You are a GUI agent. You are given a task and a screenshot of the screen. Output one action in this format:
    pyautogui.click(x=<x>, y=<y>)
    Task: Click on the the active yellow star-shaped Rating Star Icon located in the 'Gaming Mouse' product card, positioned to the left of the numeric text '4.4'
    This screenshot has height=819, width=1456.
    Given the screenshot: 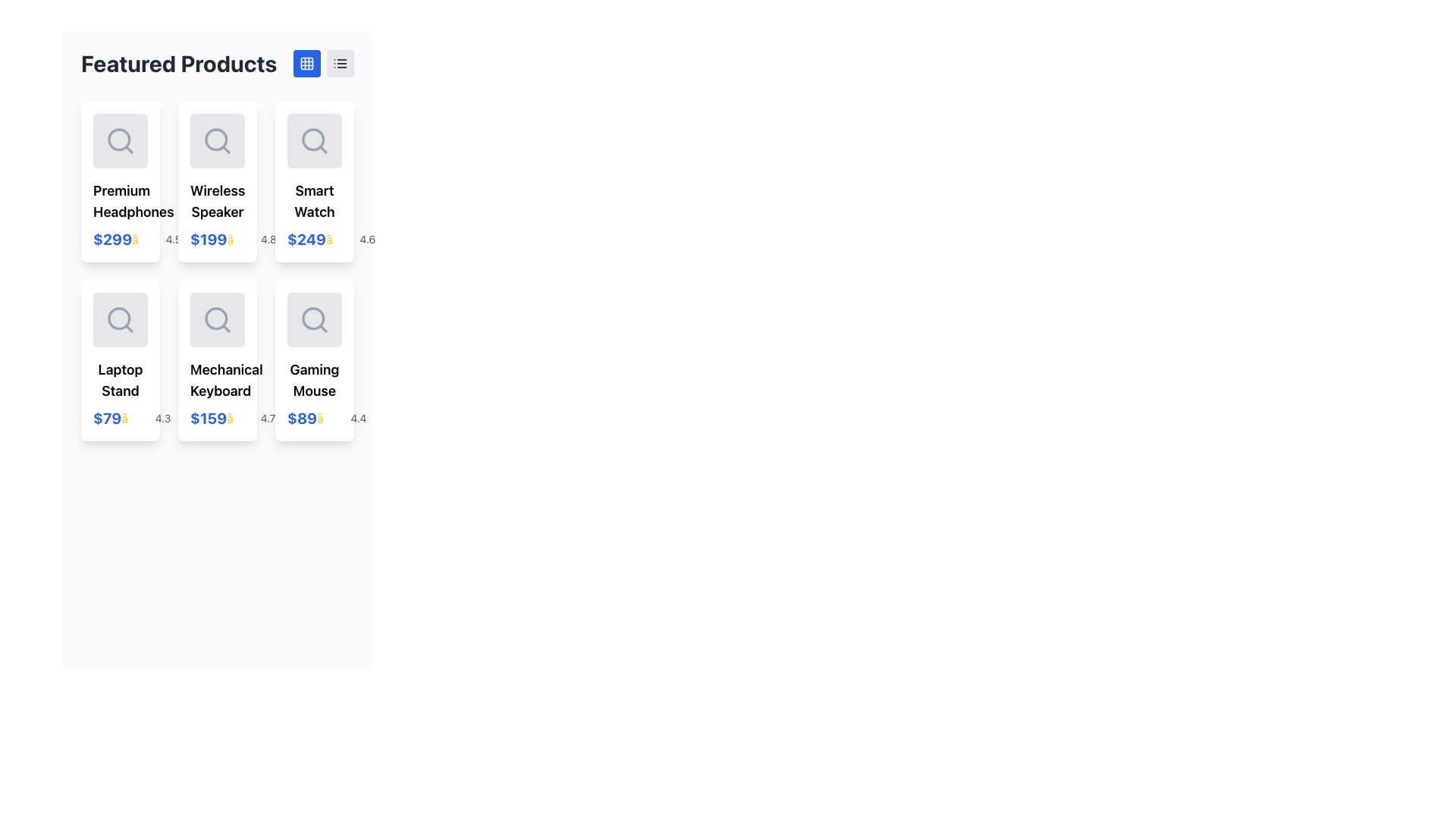 What is the action you would take?
    pyautogui.click(x=331, y=418)
    